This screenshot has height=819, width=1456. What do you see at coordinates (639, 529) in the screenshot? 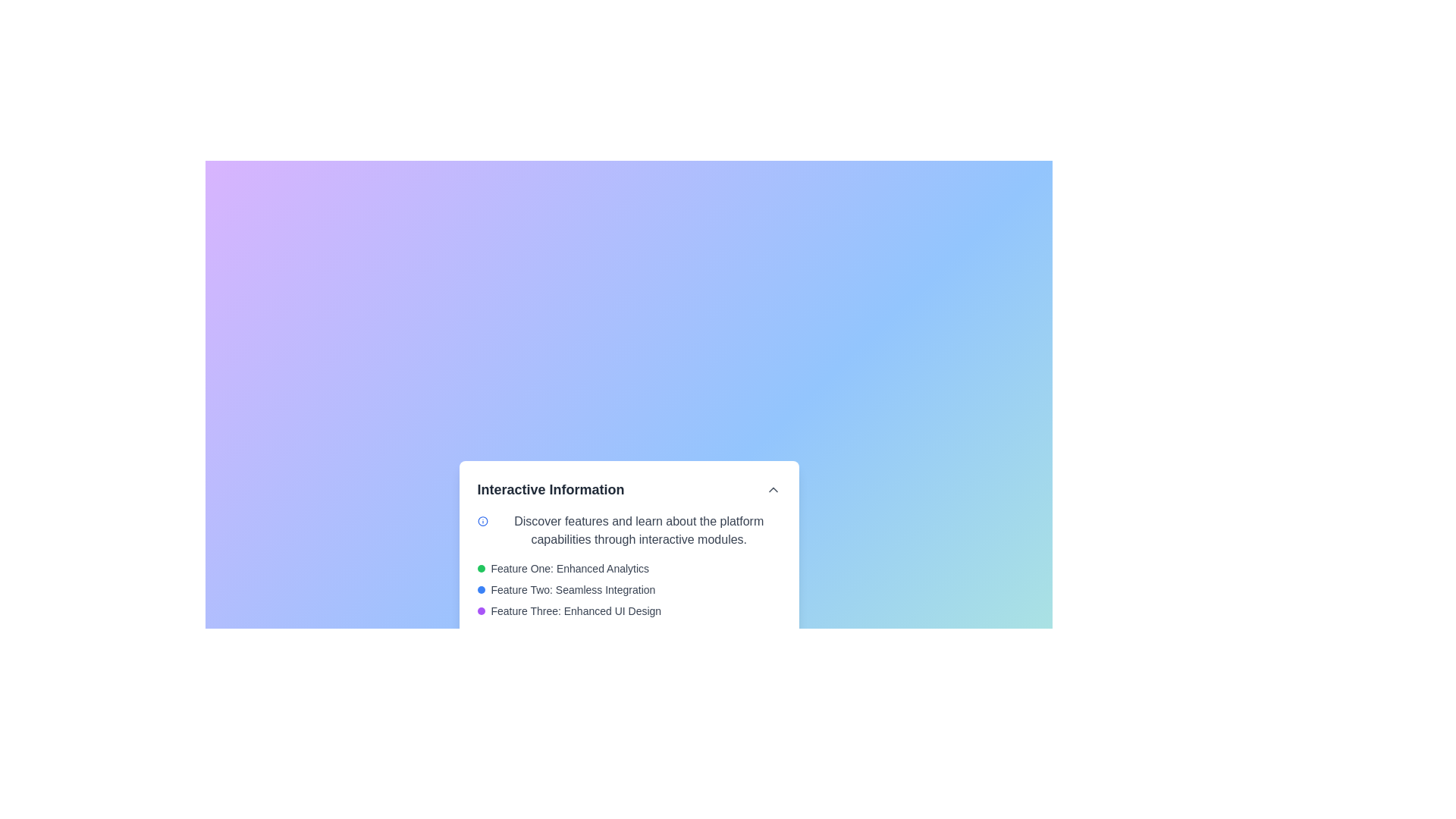
I see `the text block element containing the statement 'Discover features and learn about the platform capabilities through interactive modules', which is styled in gray font and positioned beneath the heading 'Interactive Information'` at bounding box center [639, 529].